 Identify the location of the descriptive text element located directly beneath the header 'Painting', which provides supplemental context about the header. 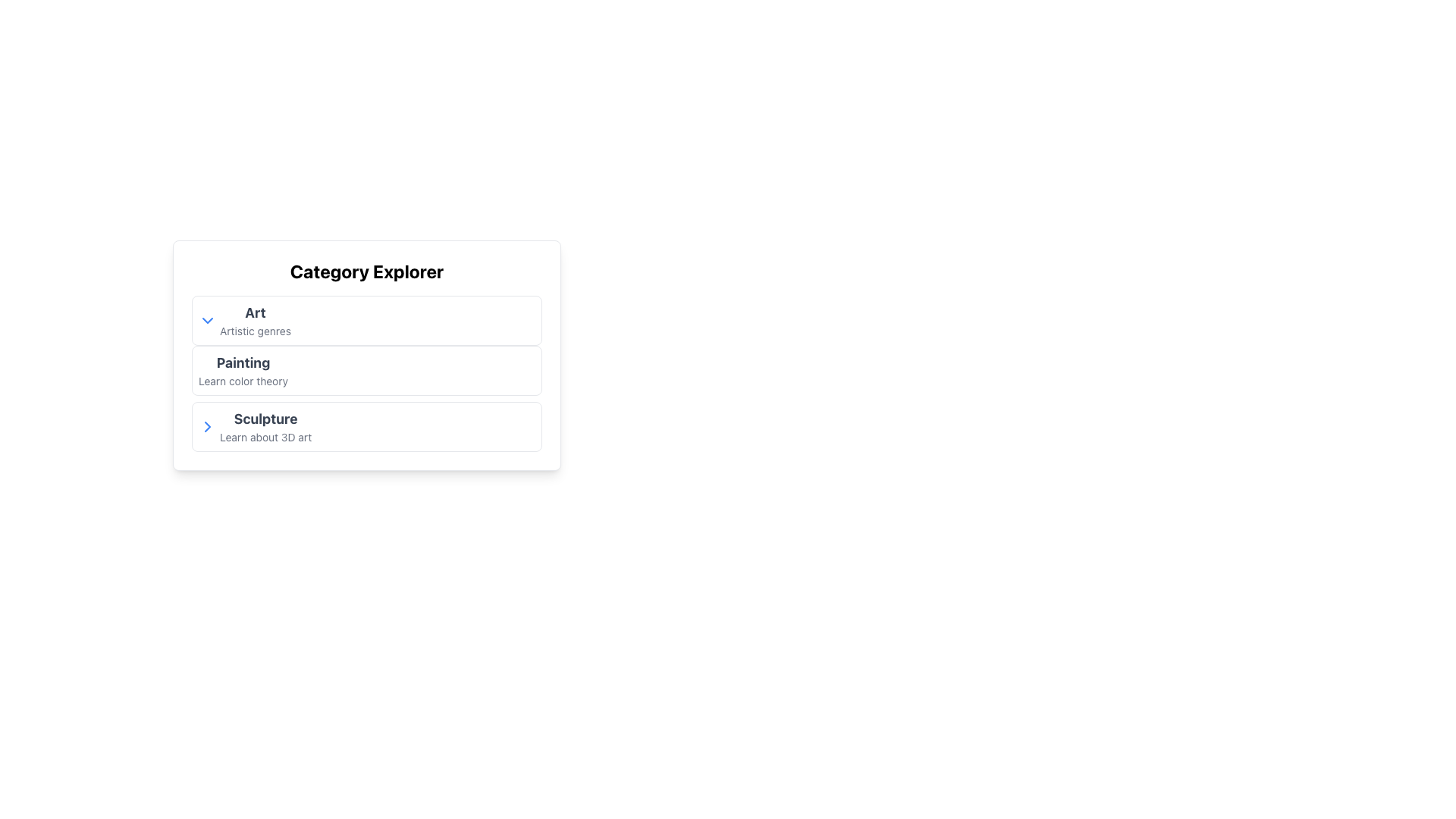
(243, 380).